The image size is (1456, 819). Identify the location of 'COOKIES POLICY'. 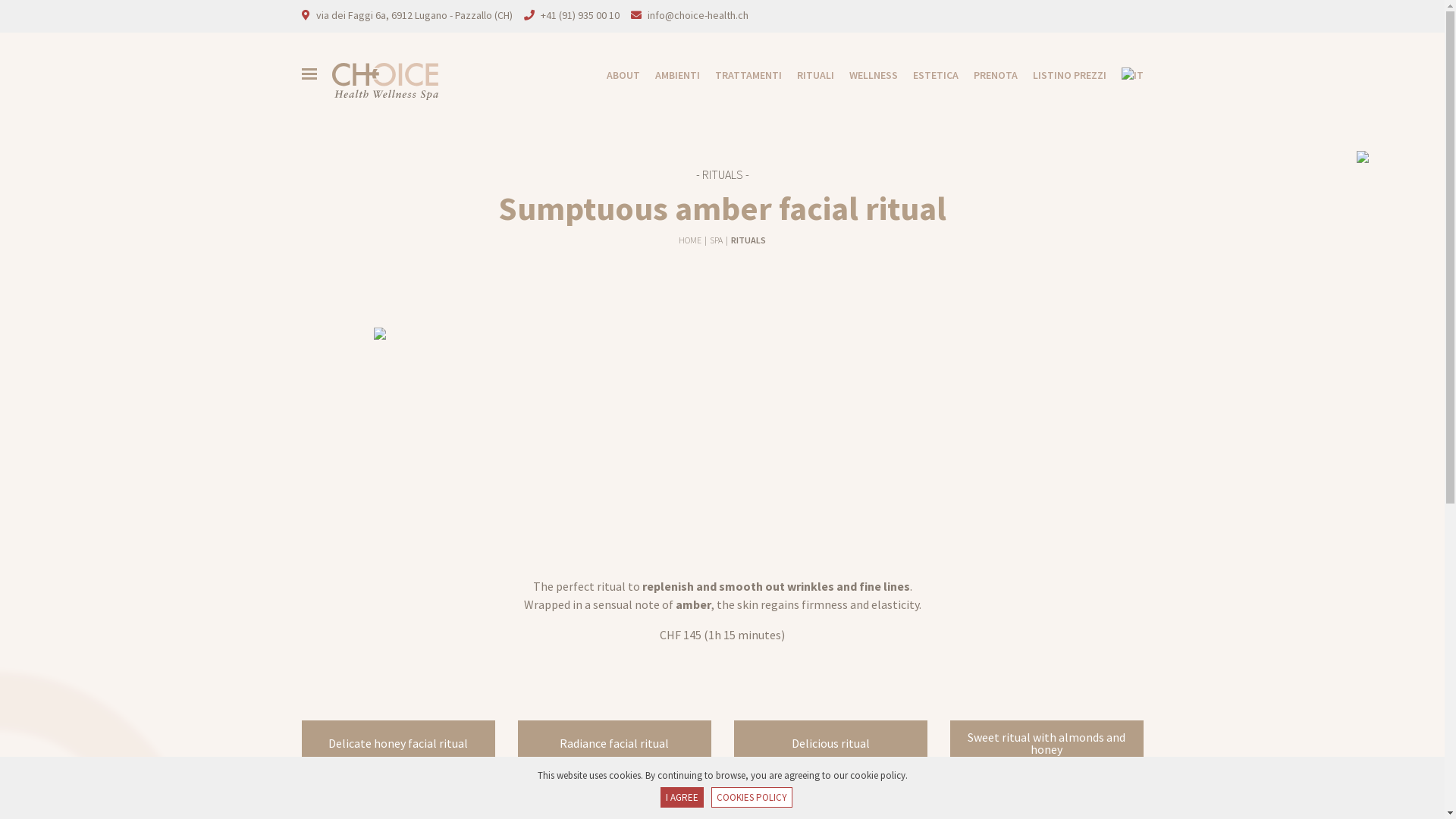
(752, 797).